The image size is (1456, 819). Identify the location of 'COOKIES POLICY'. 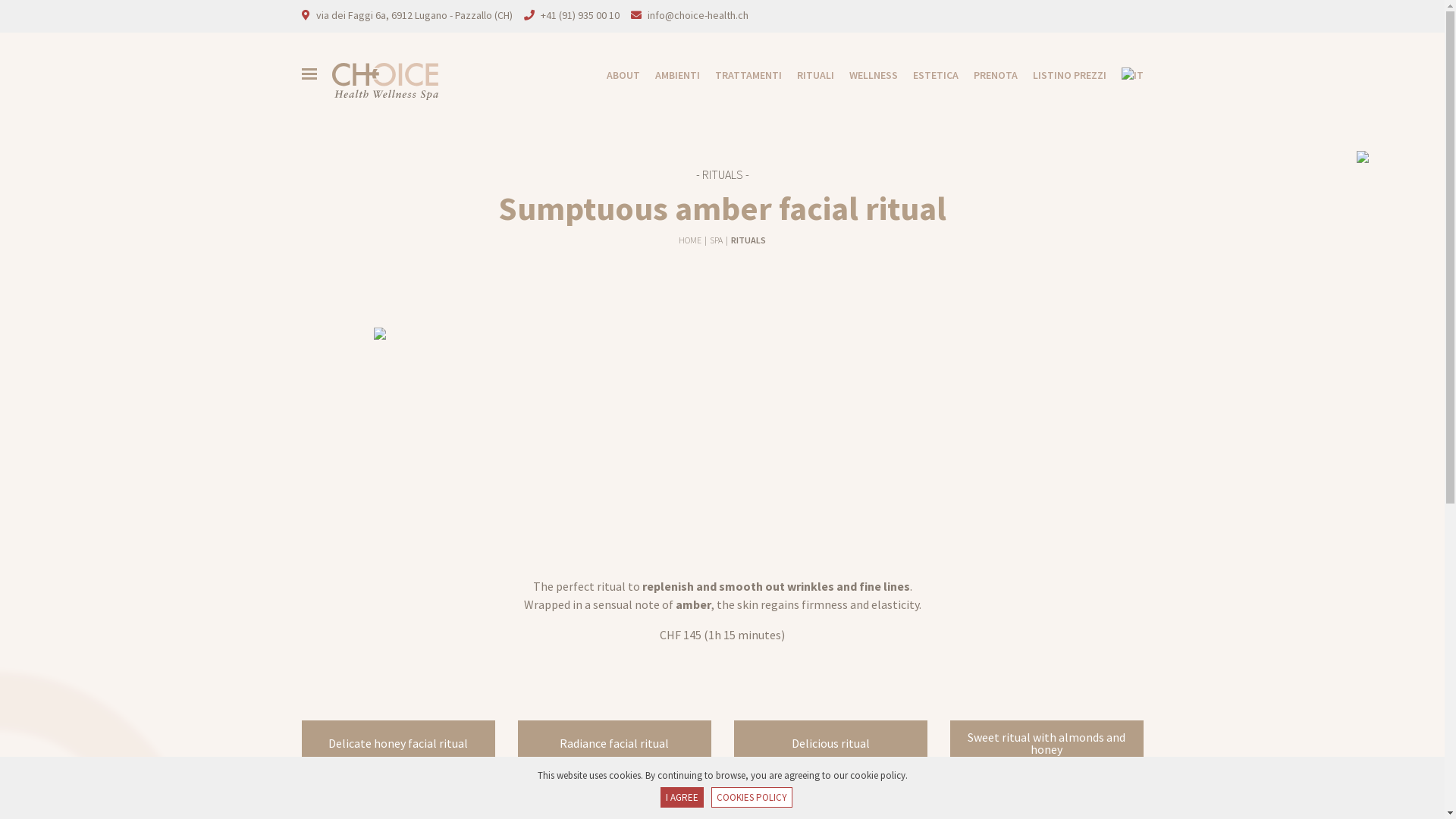
(752, 797).